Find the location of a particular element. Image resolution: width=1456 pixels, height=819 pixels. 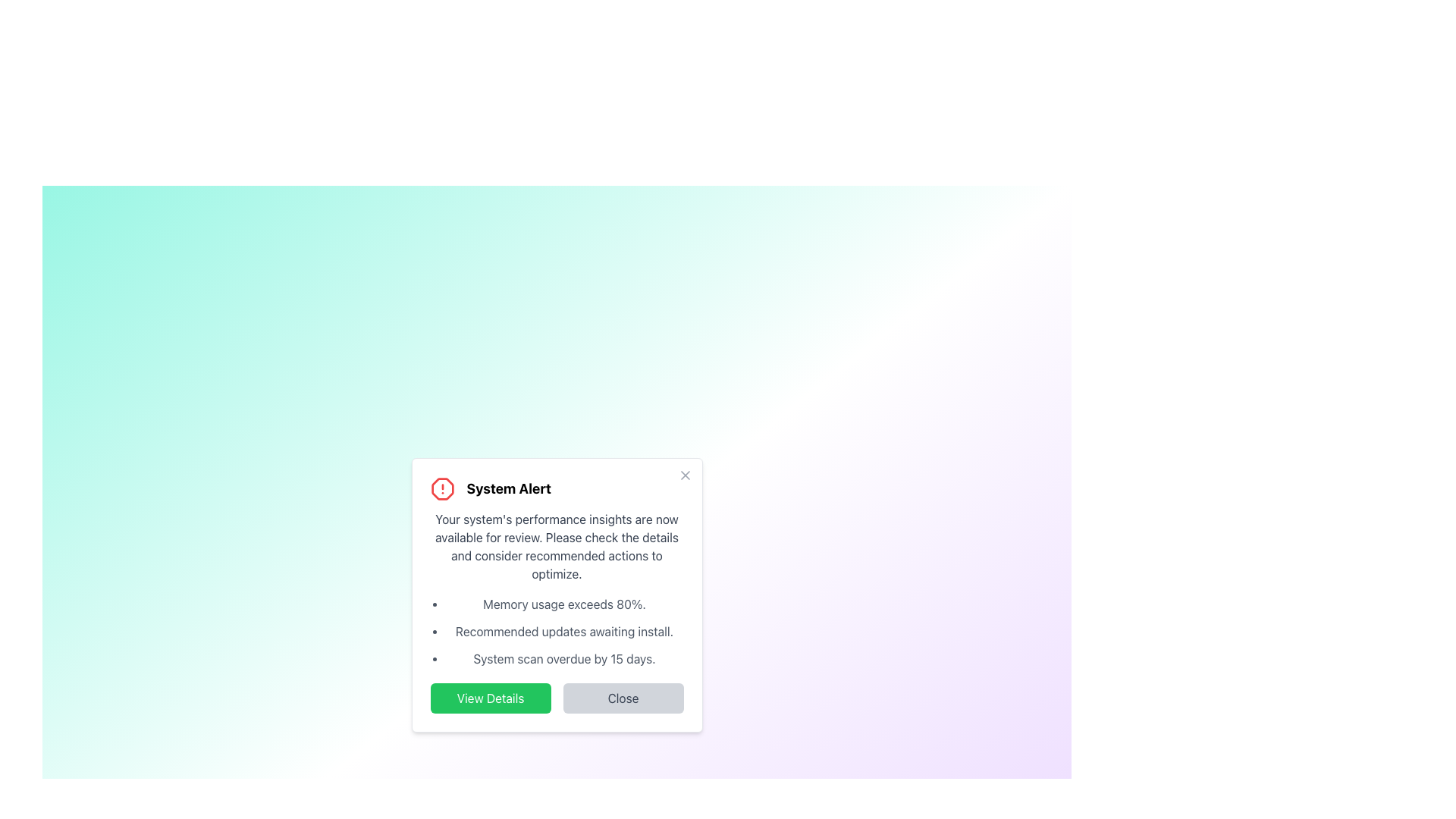

the close button located at the top-right corner of the alert box is located at coordinates (684, 475).